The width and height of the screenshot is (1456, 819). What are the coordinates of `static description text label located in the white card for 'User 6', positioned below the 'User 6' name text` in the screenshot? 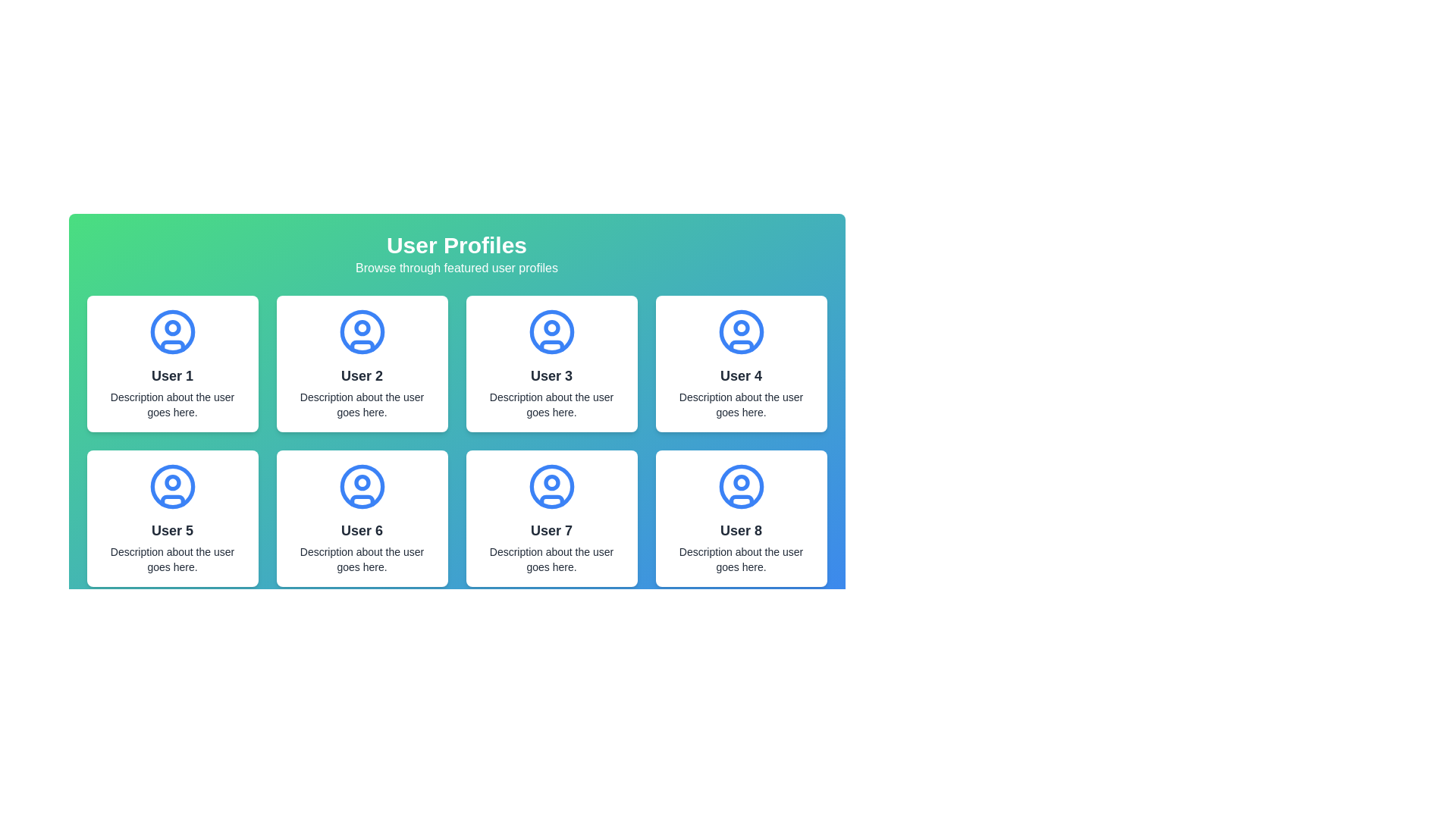 It's located at (361, 559).